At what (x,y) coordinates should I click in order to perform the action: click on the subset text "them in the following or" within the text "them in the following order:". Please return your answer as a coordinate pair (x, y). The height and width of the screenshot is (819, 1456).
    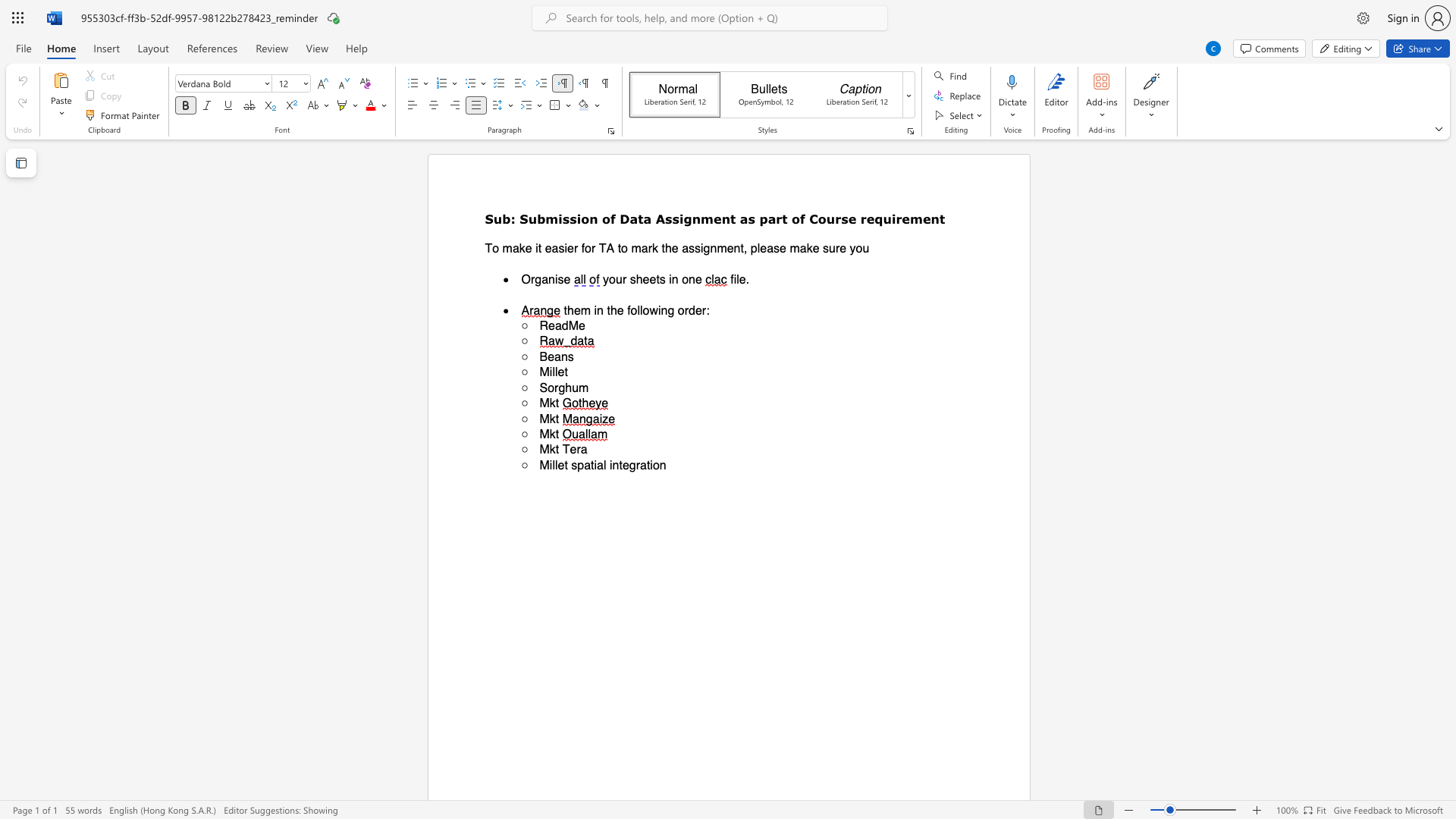
    Looking at the image, I should click on (563, 309).